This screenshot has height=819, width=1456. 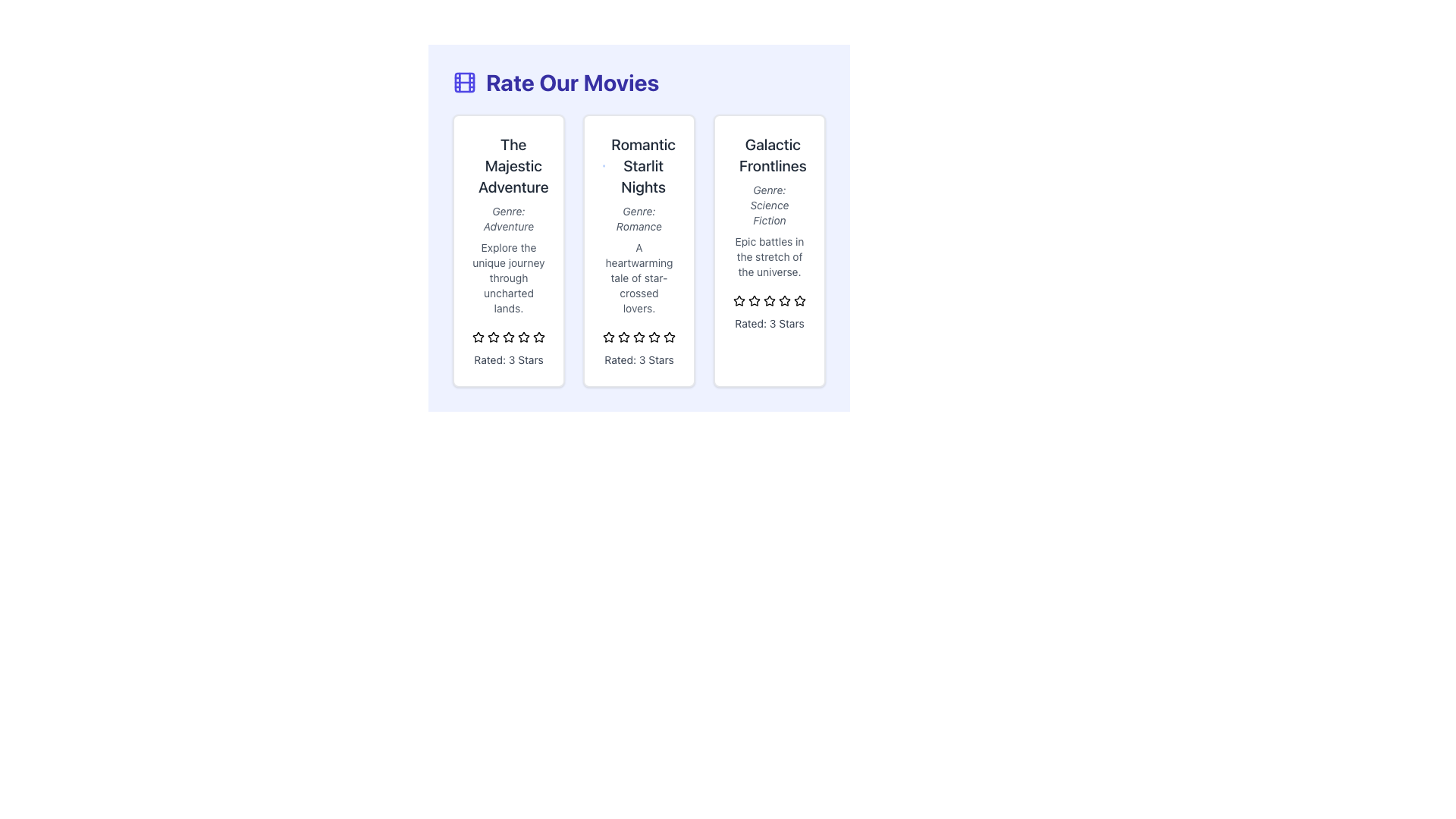 What do you see at coordinates (492, 335) in the screenshot?
I see `the second star in the group of five yellow outlined rating stars beneath 'The Majestic Adventure' movie card to change the rating` at bounding box center [492, 335].